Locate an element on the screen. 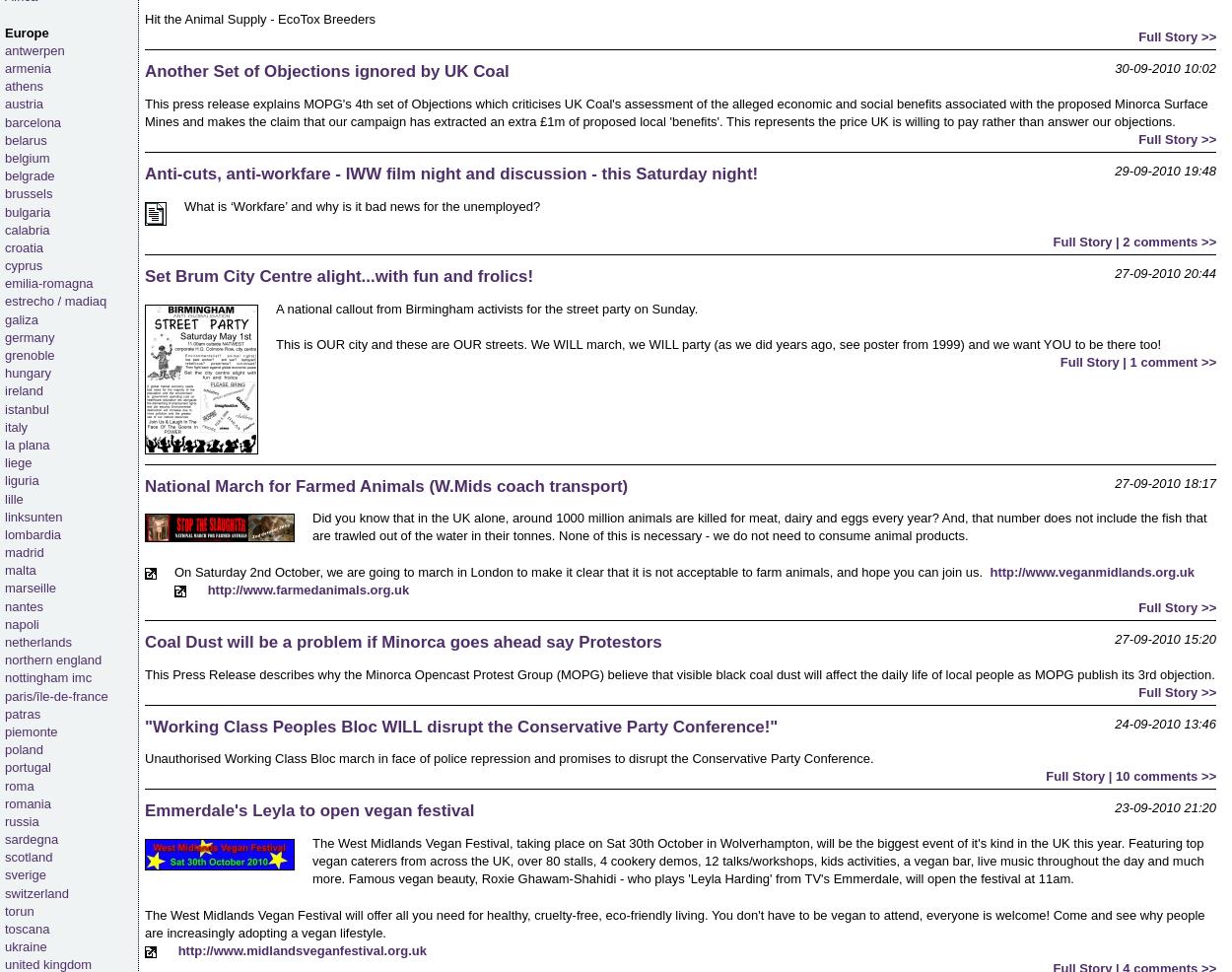 The width and height of the screenshot is (1232, 972). 'Anti-cuts, anti-workfare - IWW film night and discussion - this Saturday night!' is located at coordinates (450, 173).